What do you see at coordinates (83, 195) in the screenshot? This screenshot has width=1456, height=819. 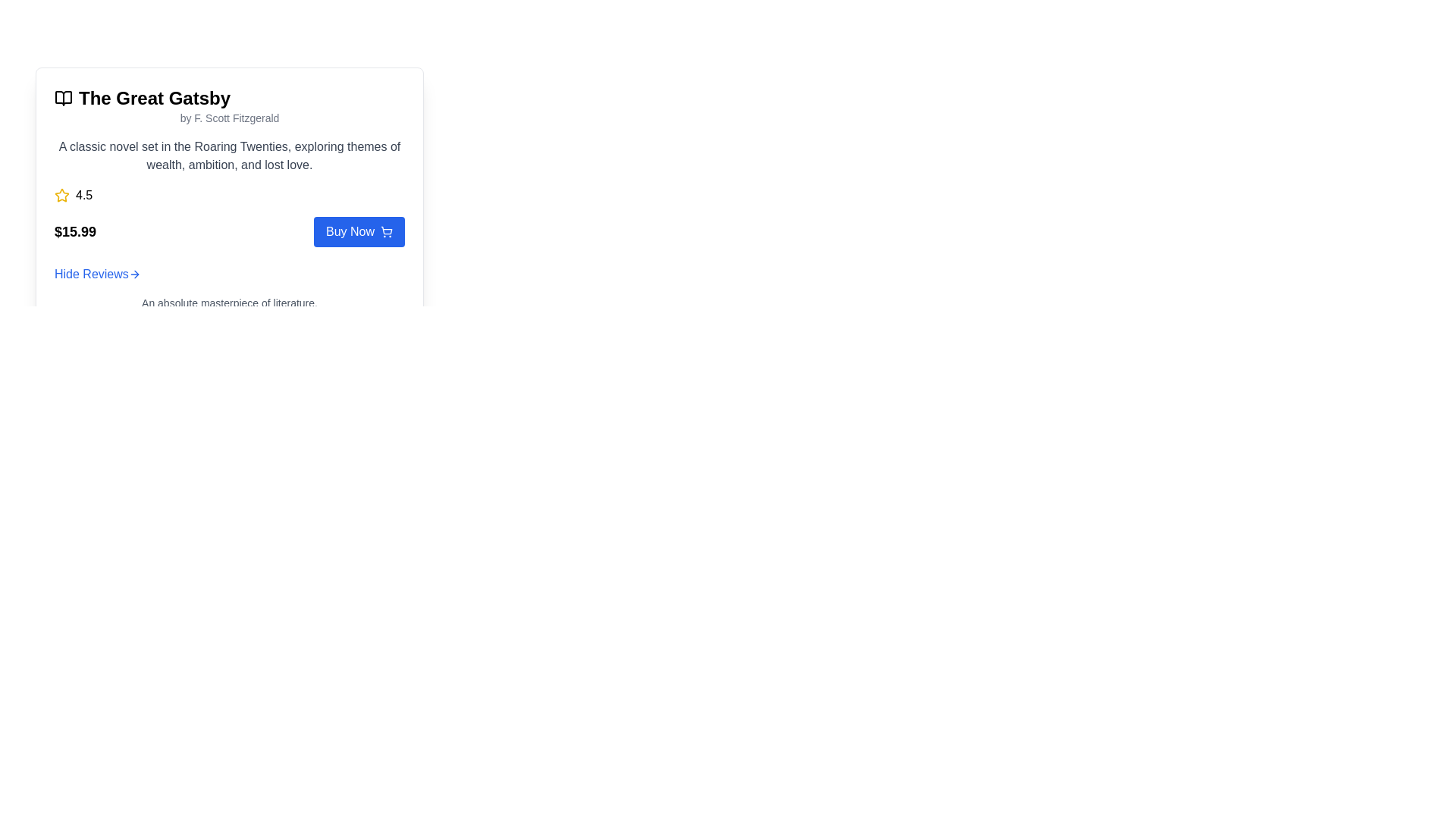 I see `text label displaying the numeric rating '4.5' which is positioned to the right of a yellow star icon in the review section` at bounding box center [83, 195].